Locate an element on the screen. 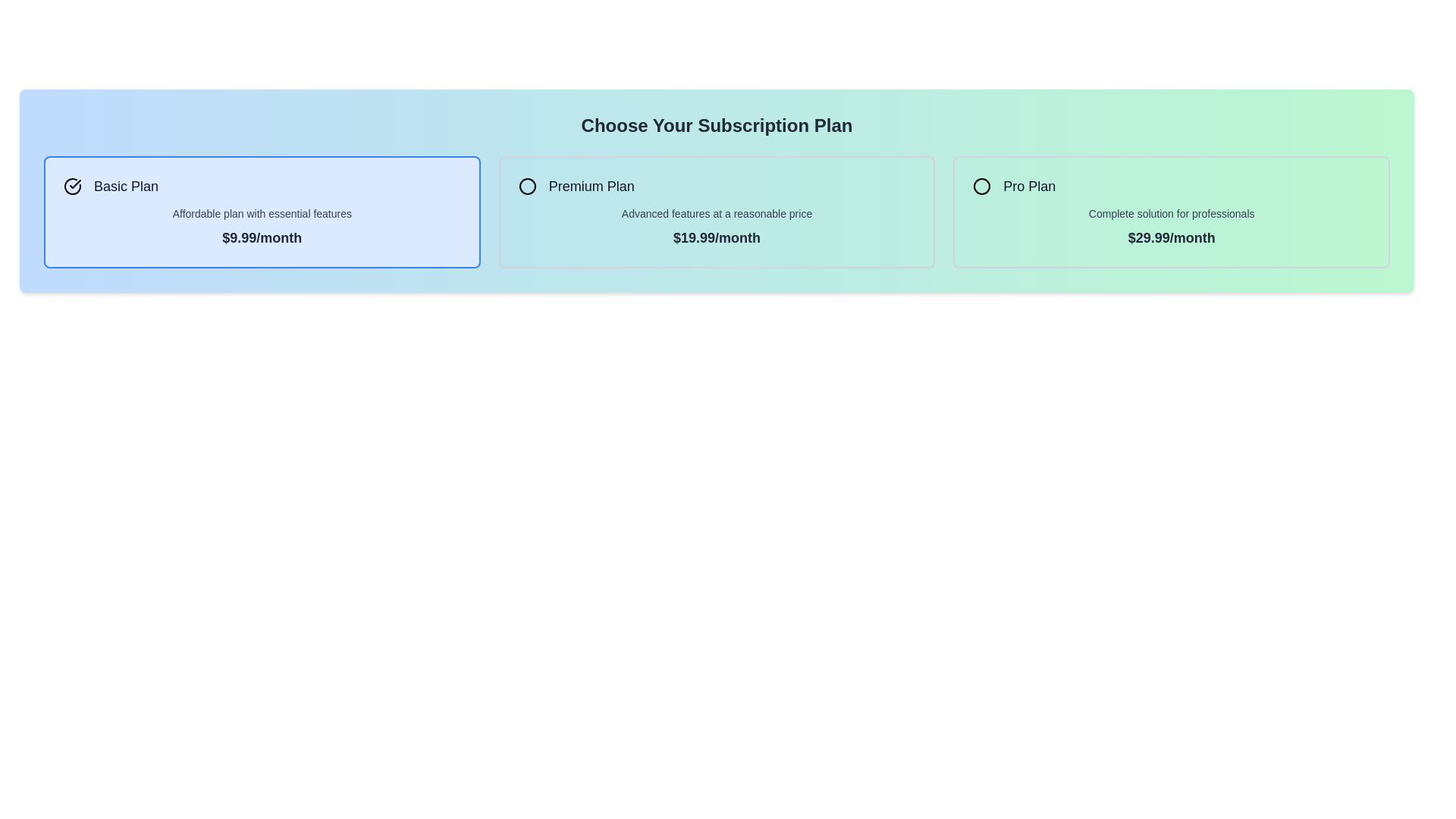 The height and width of the screenshot is (819, 1456). the text label that reads 'Advanced features at a reasonable price', which is positioned as a subtitle under the 'Premium Plan' header in the Premium Plan pricing card is located at coordinates (716, 213).